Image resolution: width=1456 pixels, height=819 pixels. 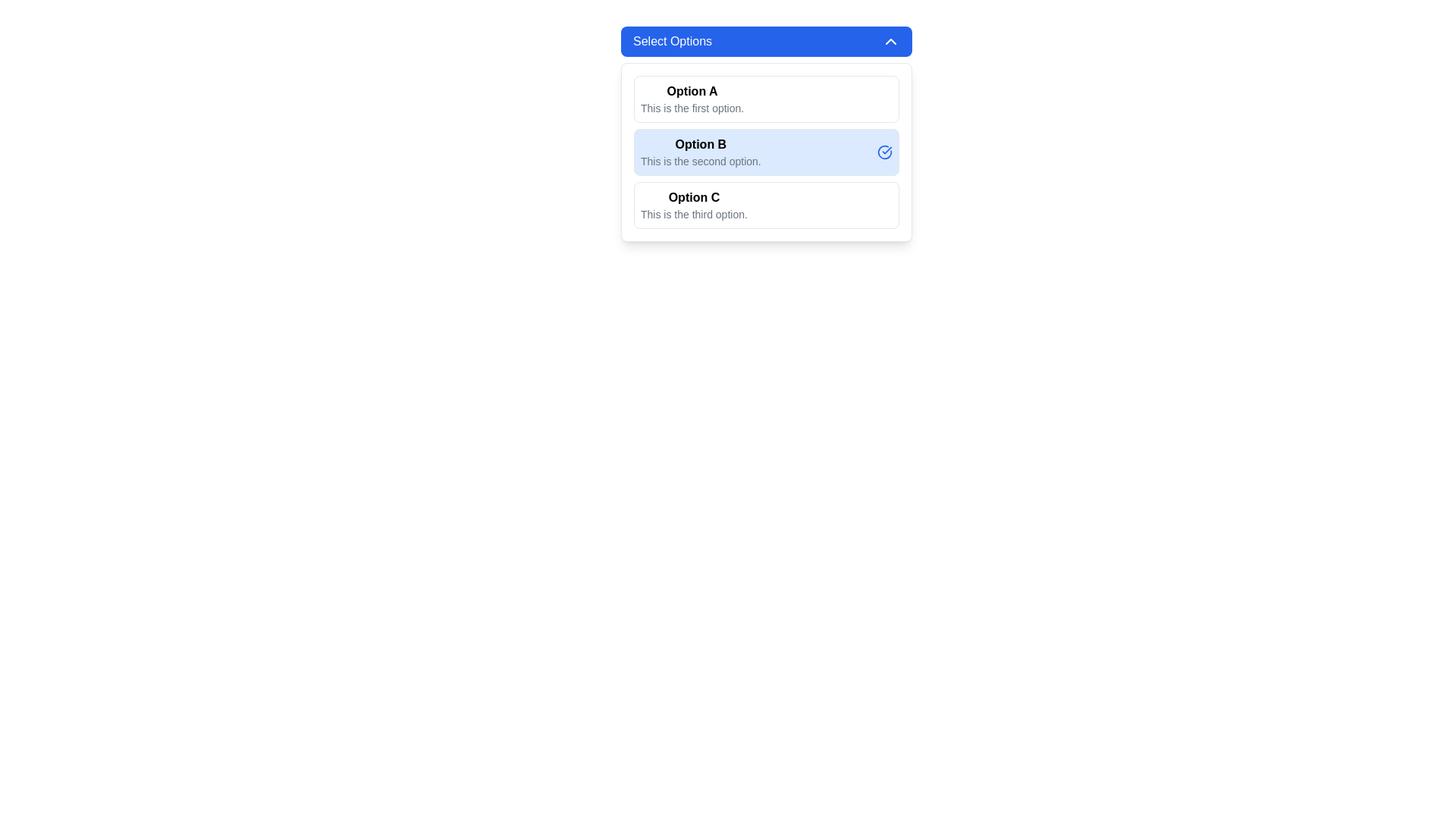 What do you see at coordinates (891, 40) in the screenshot?
I see `the small triangular arrow icon at the upper-right corner of the 'Select Options' header` at bounding box center [891, 40].